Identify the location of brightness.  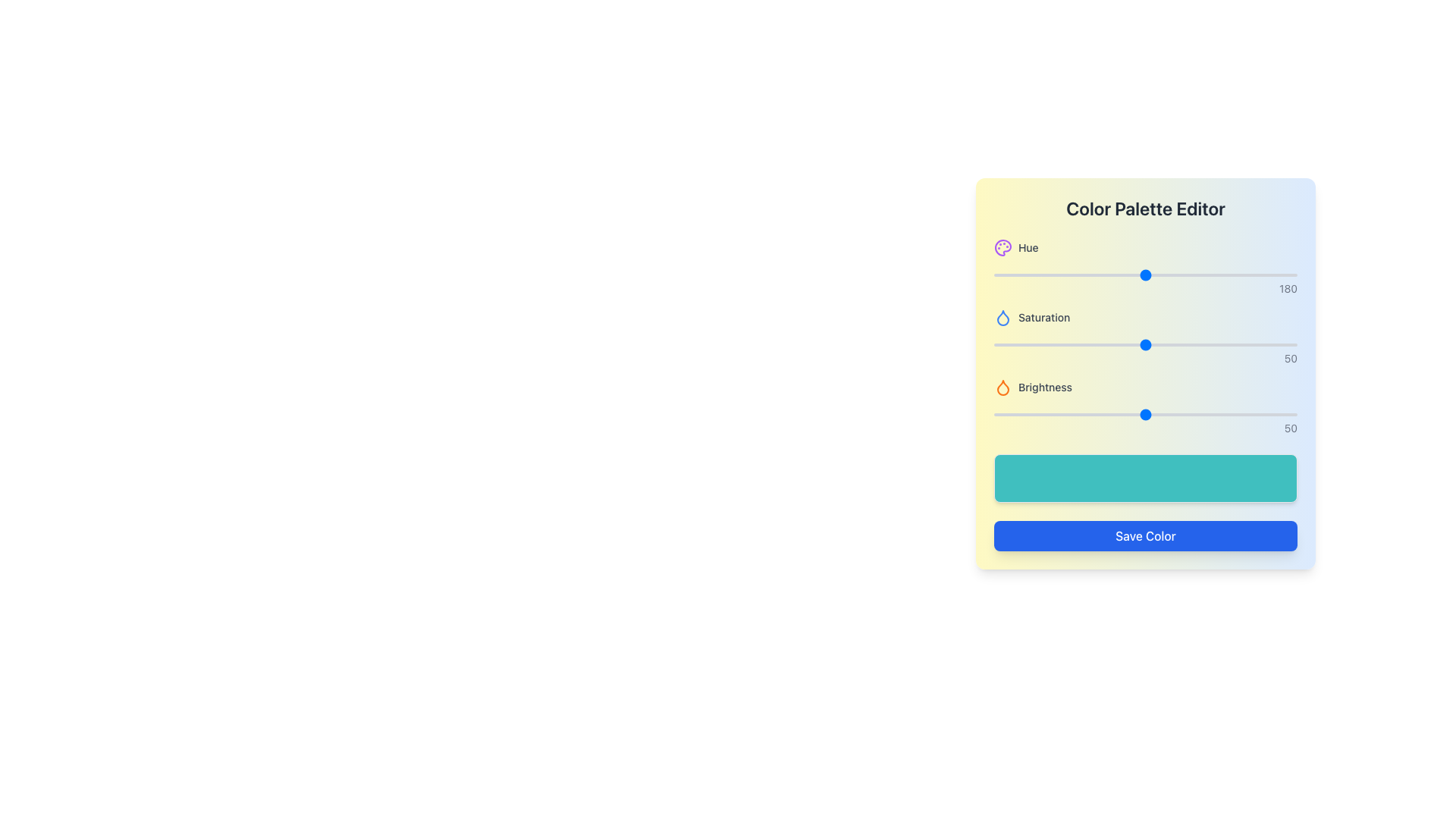
(1006, 415).